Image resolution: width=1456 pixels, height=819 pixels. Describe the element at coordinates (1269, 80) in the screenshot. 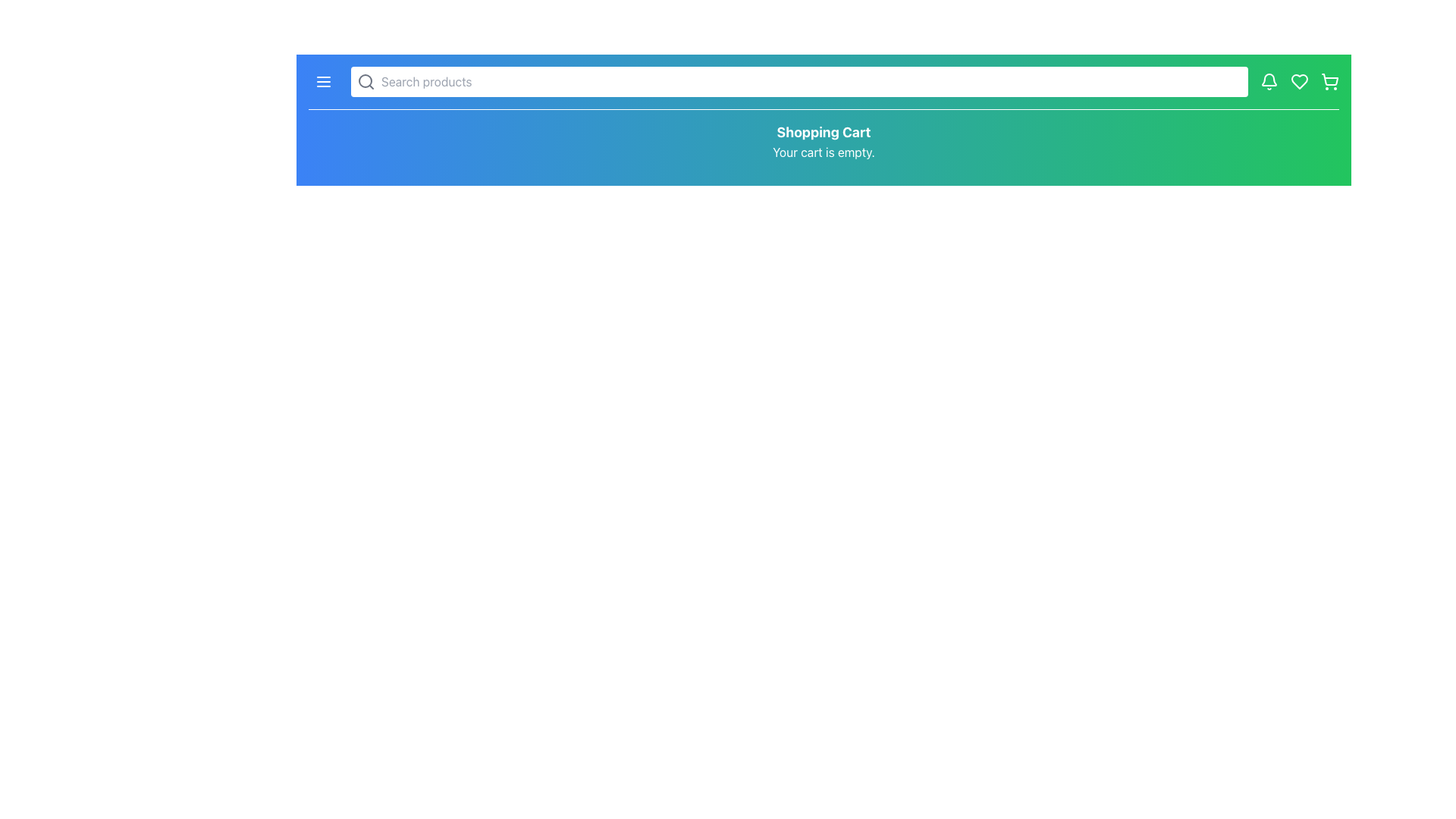

I see `the notification icon located in the top-right corner of the navigation bar, which is part of a grouped set of icons including a heart and a shopping cart` at that location.